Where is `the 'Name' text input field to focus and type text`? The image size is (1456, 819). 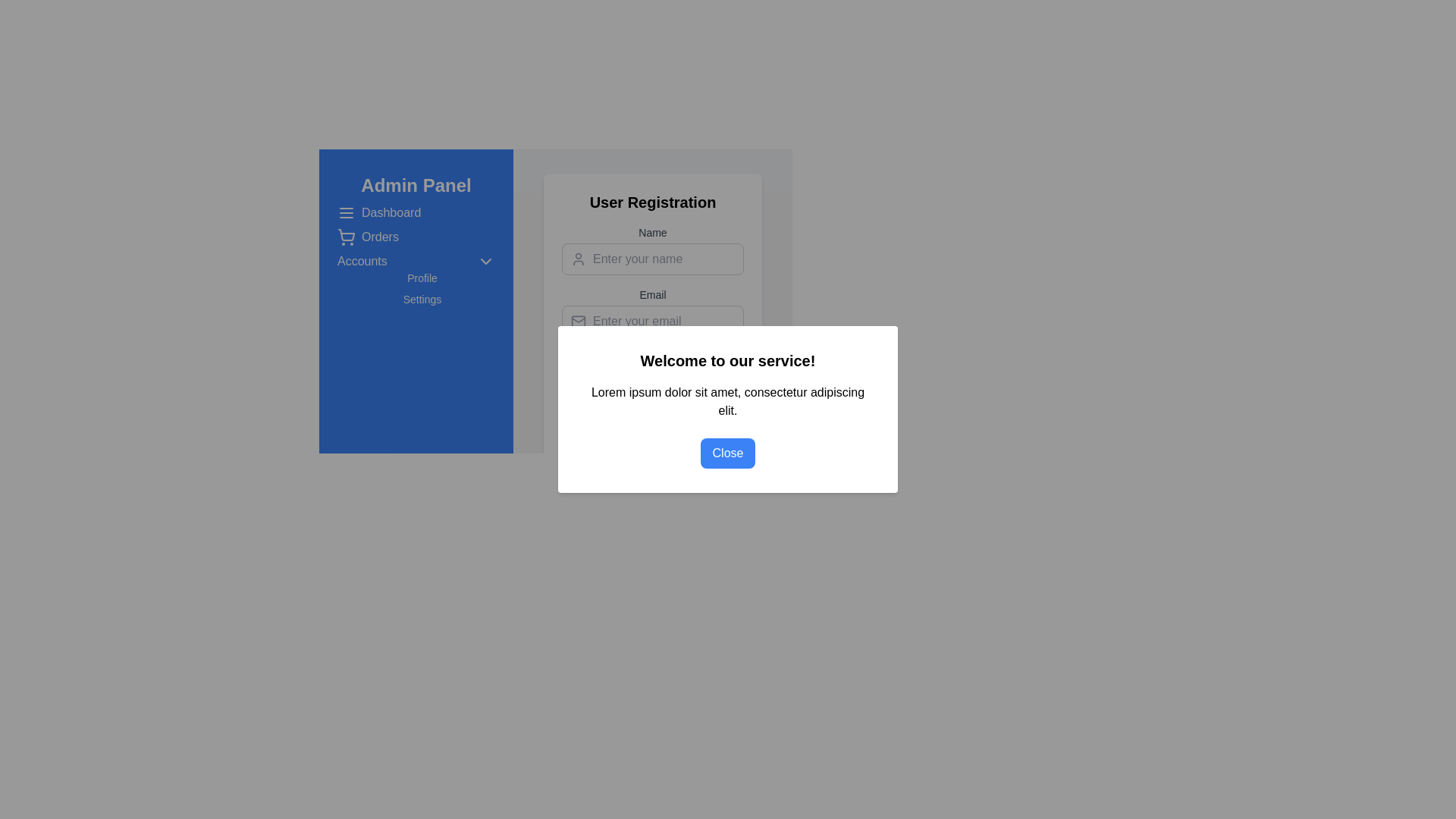
the 'Name' text input field to focus and type text is located at coordinates (652, 249).